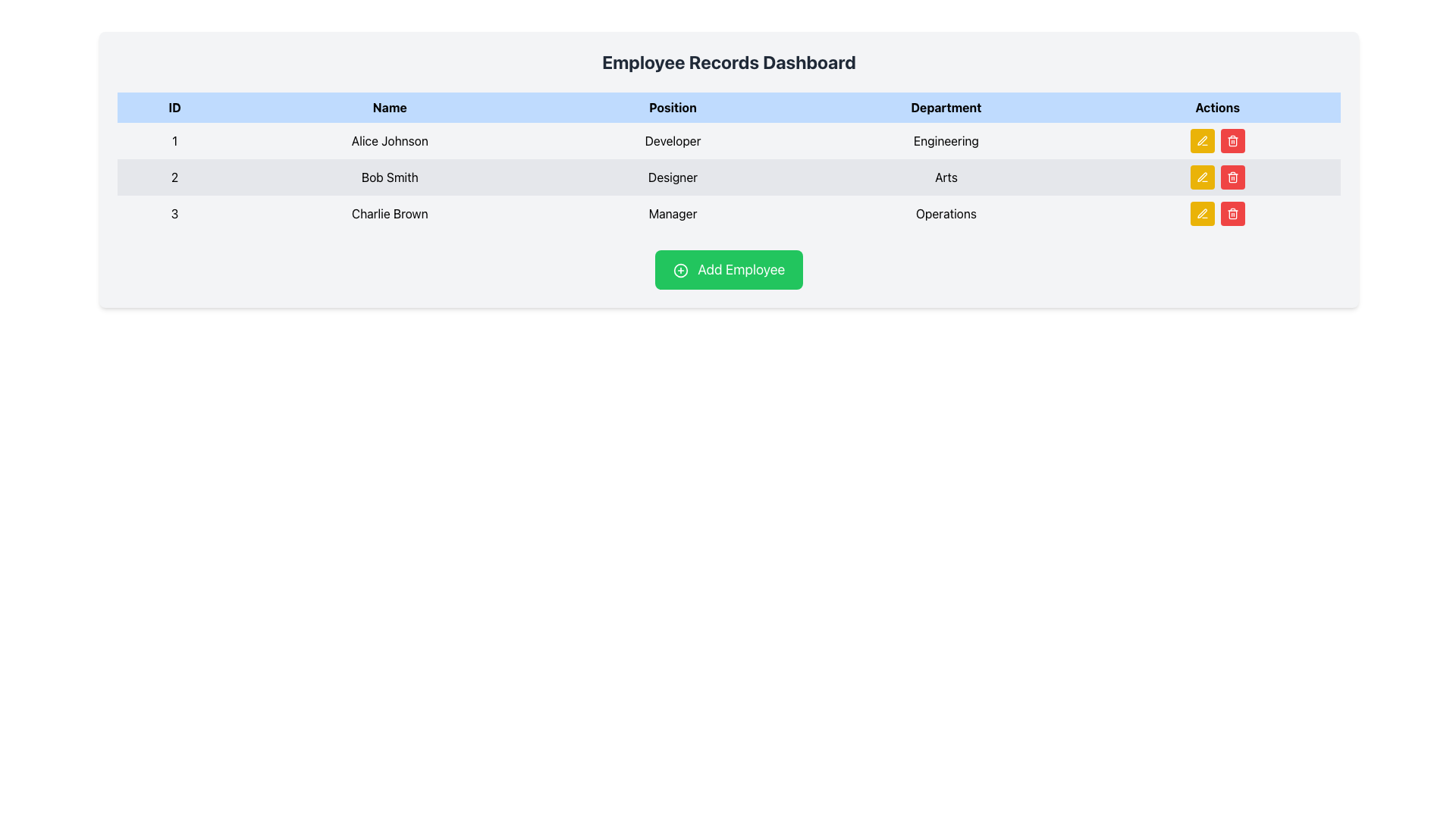  What do you see at coordinates (946, 140) in the screenshot?
I see `on the static text label displaying the department for 'Alice Johnson' in the table` at bounding box center [946, 140].